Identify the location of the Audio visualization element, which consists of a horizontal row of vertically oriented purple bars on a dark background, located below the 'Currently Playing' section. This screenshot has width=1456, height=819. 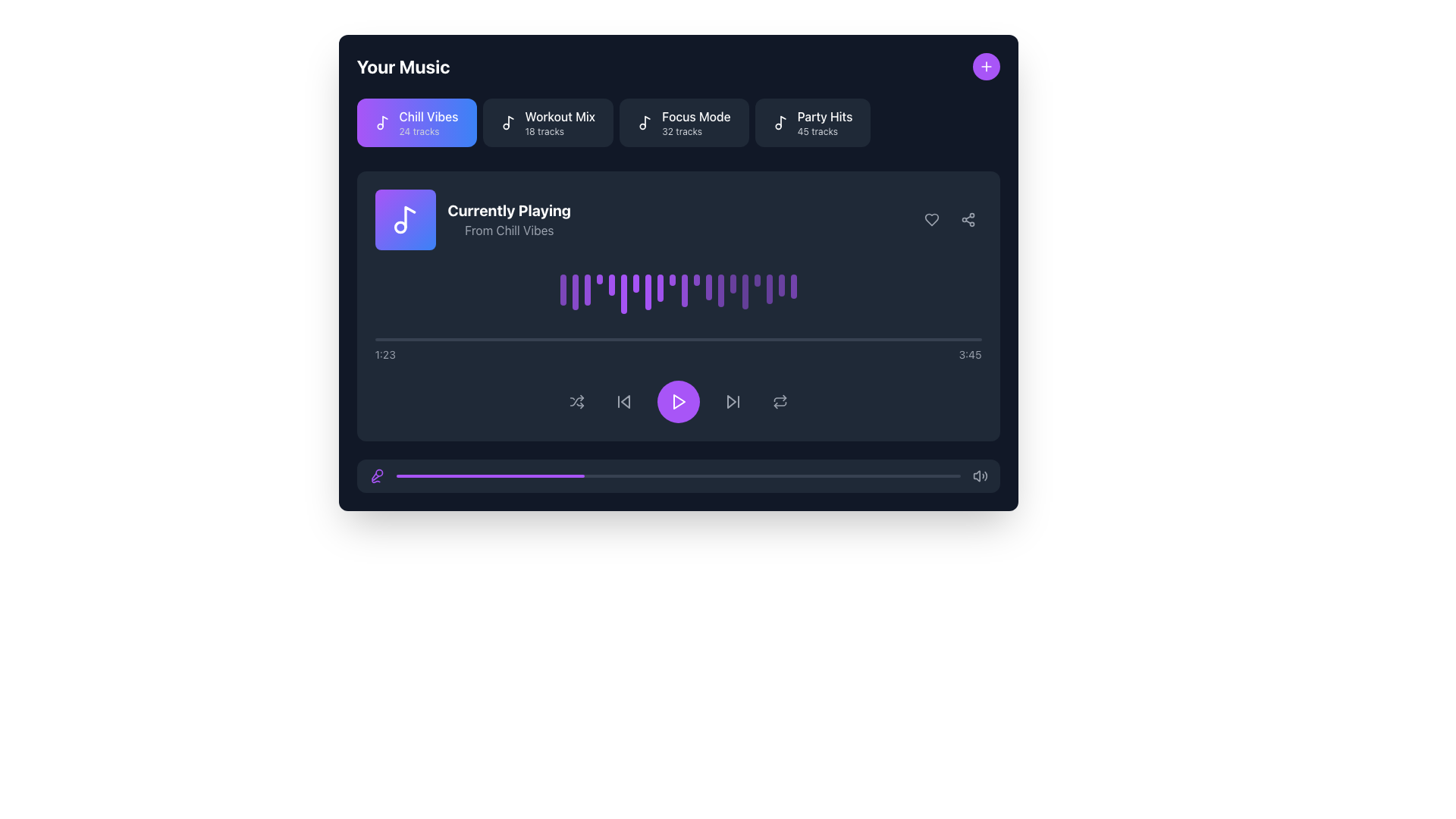
(677, 294).